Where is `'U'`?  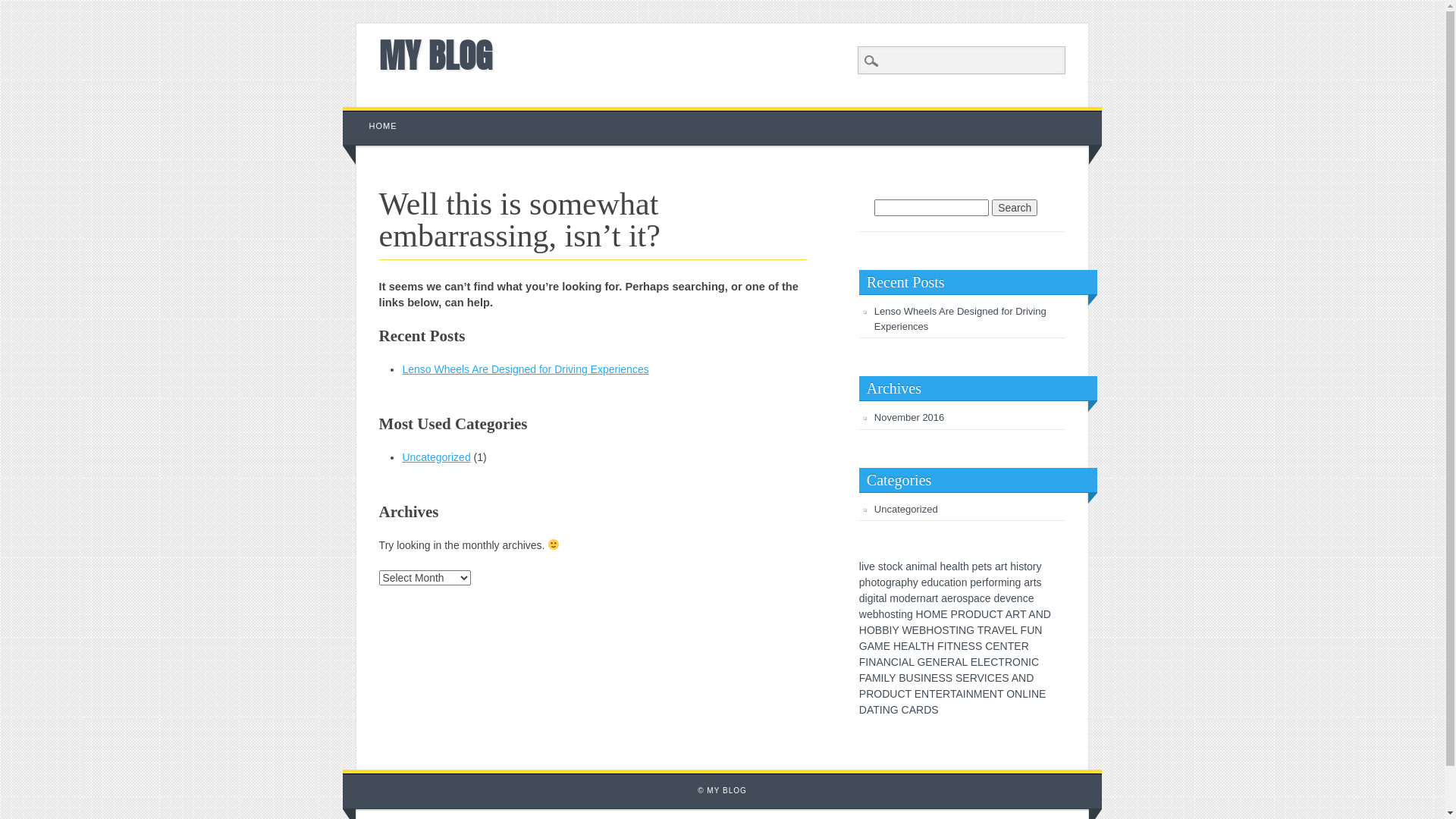
'U' is located at coordinates (1030, 629).